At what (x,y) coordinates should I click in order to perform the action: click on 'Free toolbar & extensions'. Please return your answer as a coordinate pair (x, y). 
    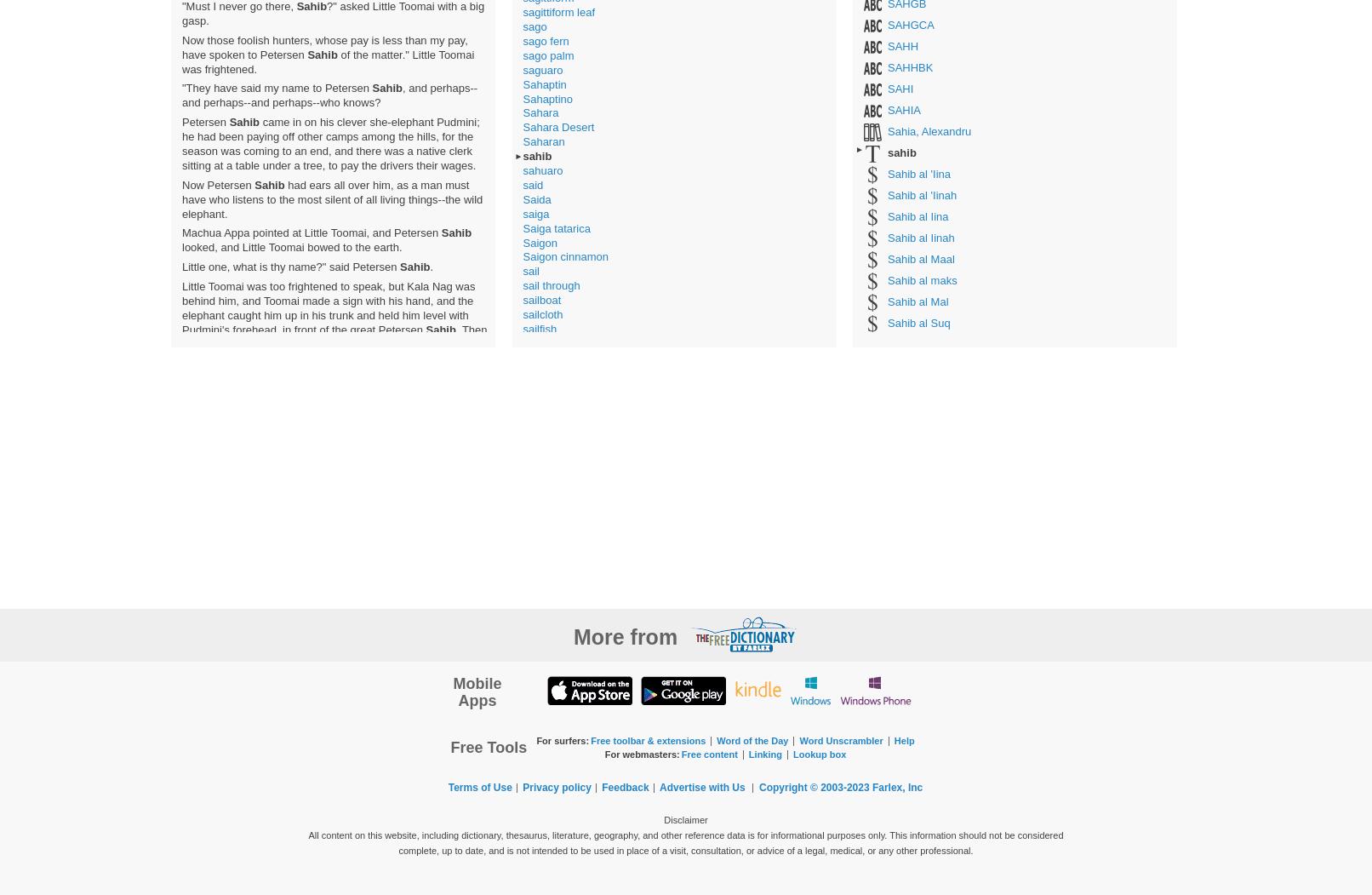
    Looking at the image, I should click on (590, 738).